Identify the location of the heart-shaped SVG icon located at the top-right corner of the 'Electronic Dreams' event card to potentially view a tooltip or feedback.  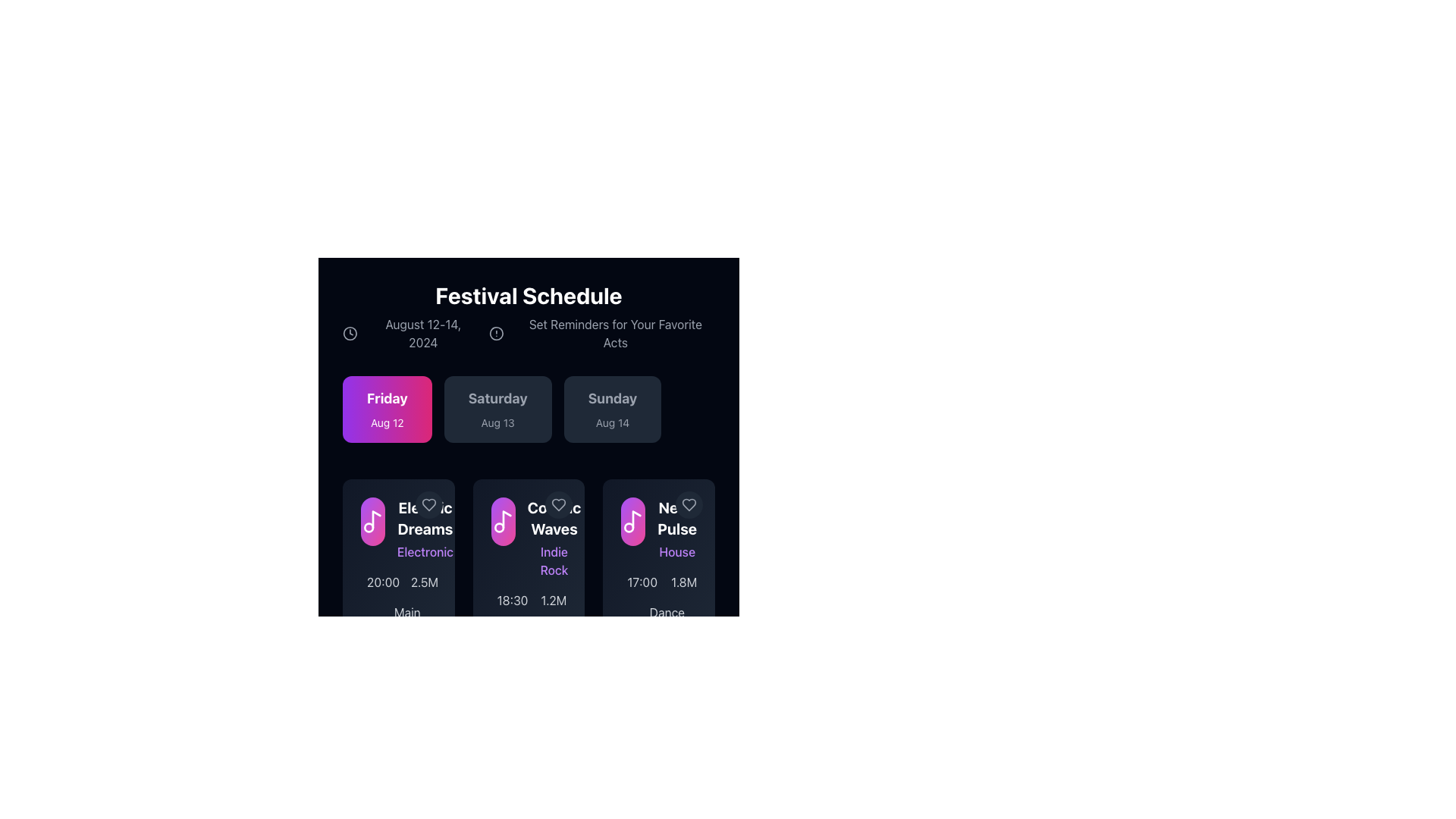
(558, 505).